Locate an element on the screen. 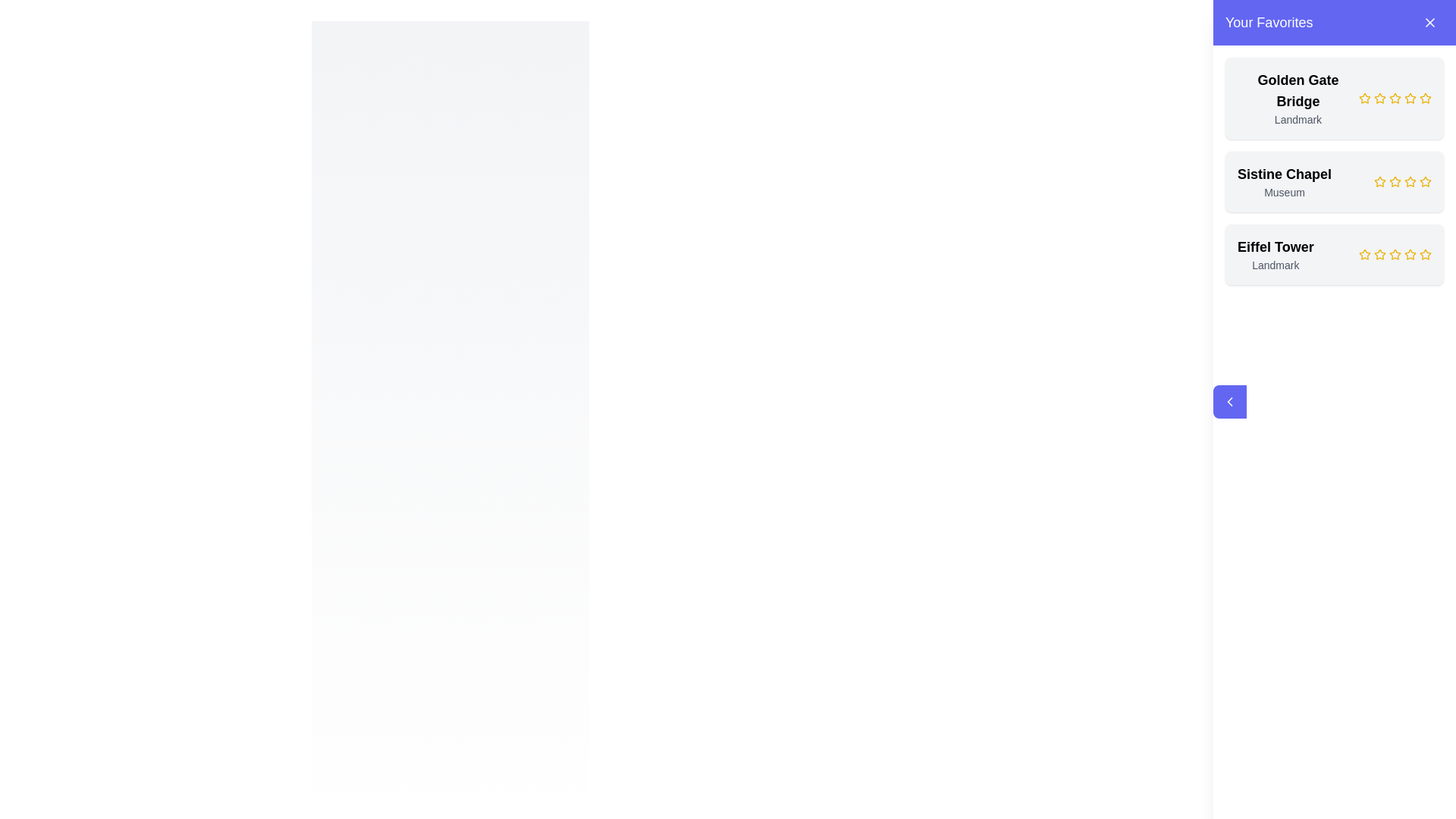 This screenshot has height=819, width=1456. the first yellow rating star icon in the rating widget located to the right of the text 'Eiffel Tower' in the 'Your Favorites' list is located at coordinates (1379, 253).